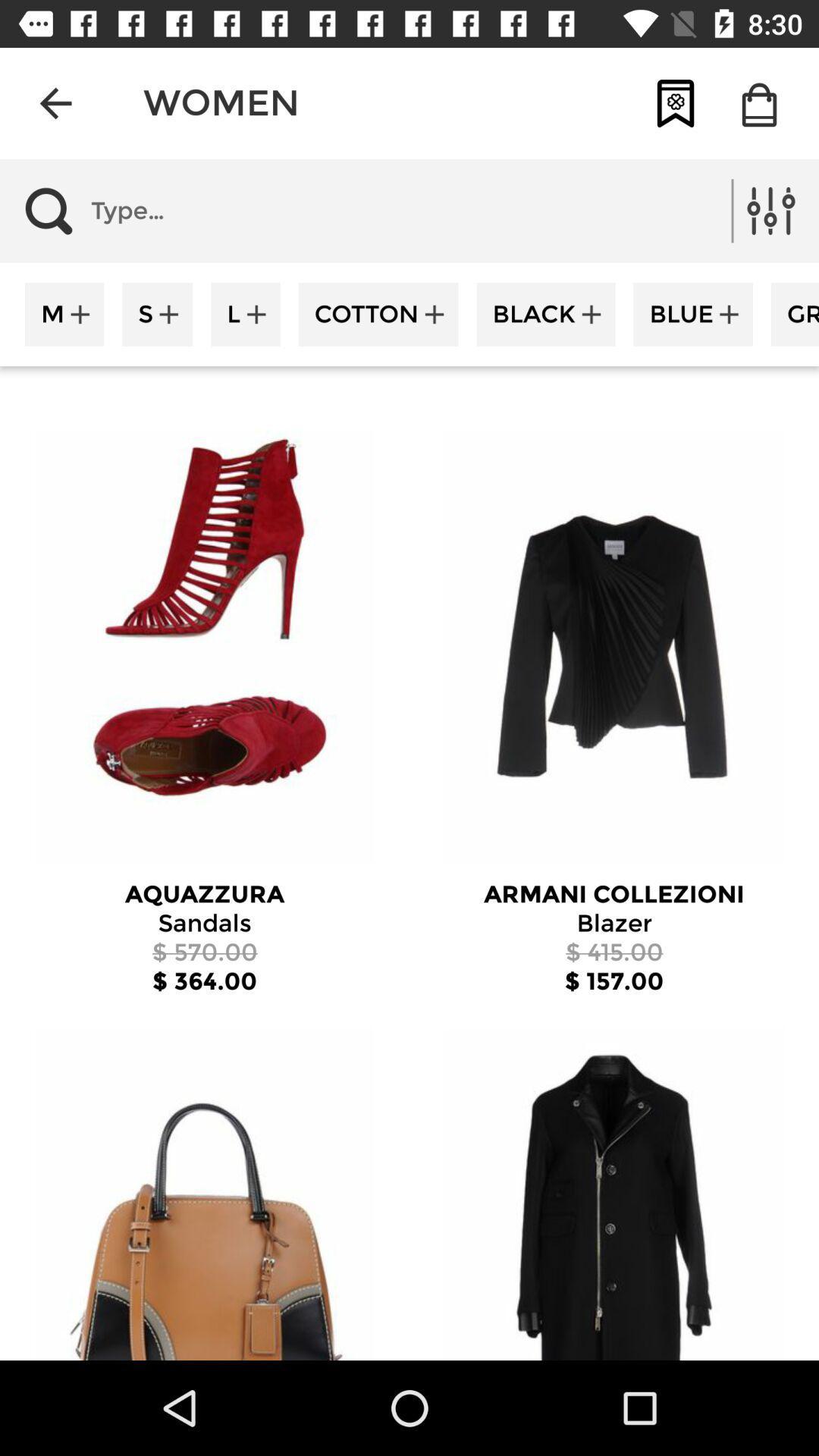 The height and width of the screenshot is (1456, 819). What do you see at coordinates (378, 313) in the screenshot?
I see `icon next to the black` at bounding box center [378, 313].